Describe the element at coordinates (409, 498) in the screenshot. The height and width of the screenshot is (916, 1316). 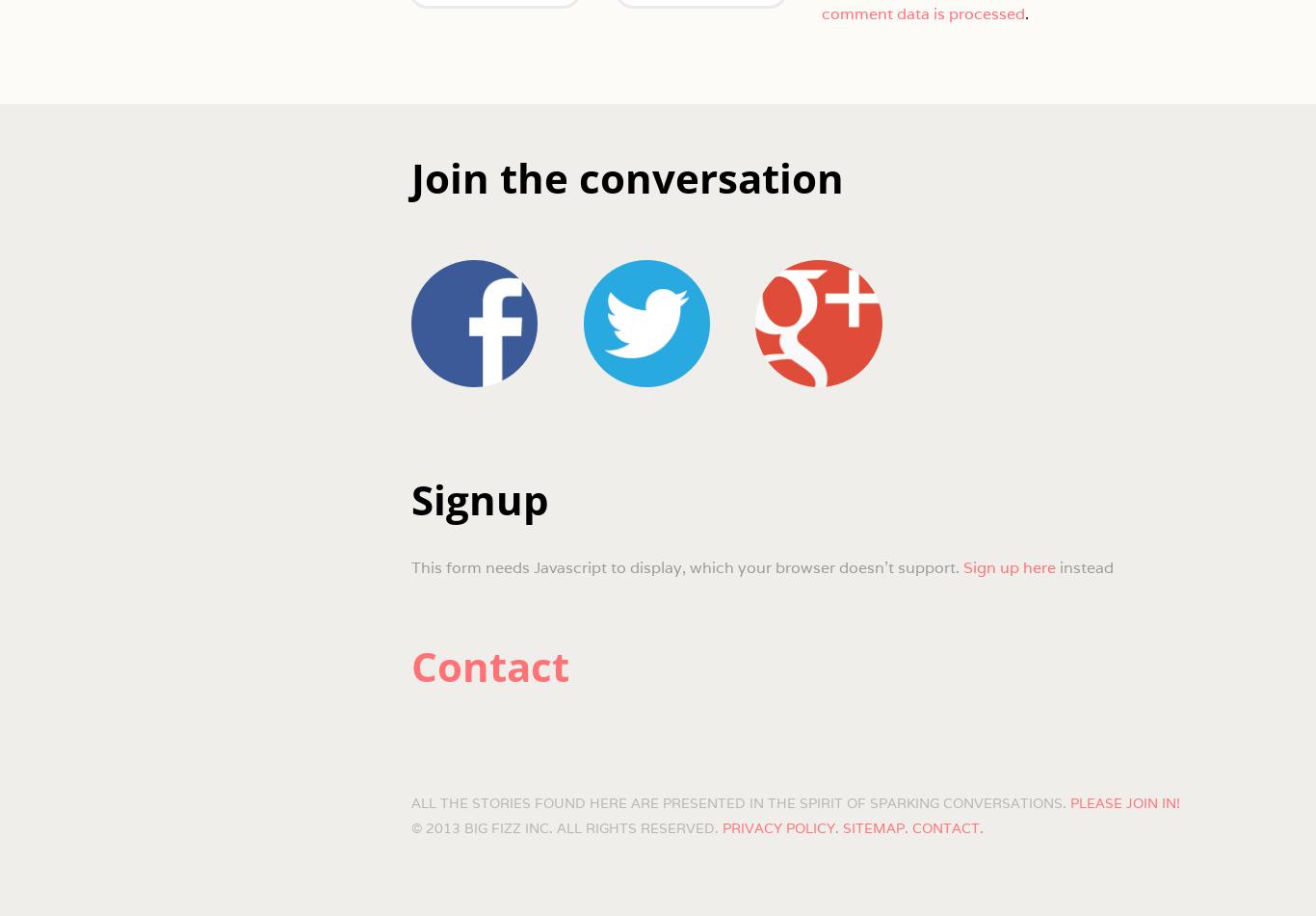
I see `'Signup'` at that location.